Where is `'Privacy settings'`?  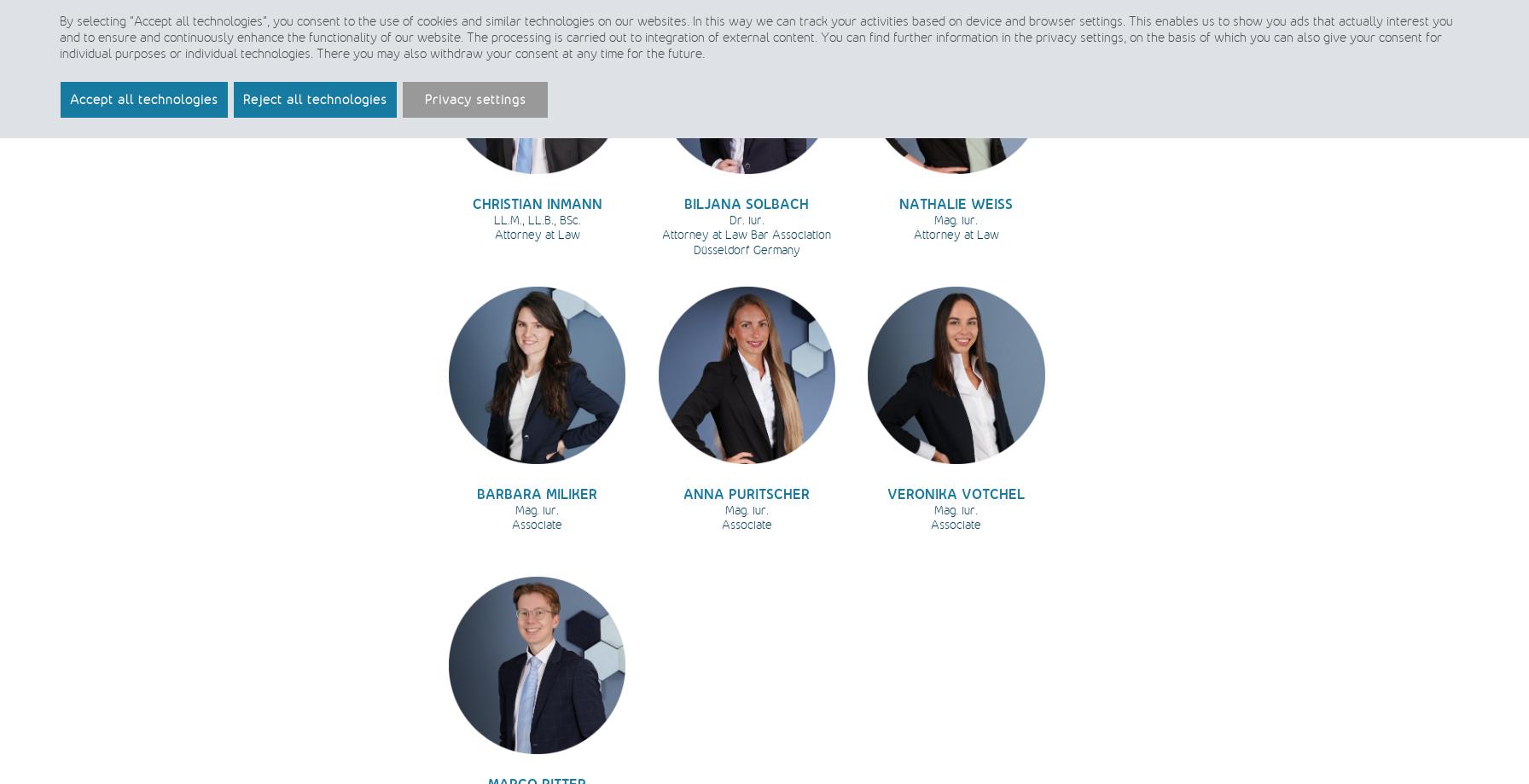
'Privacy settings' is located at coordinates (474, 98).